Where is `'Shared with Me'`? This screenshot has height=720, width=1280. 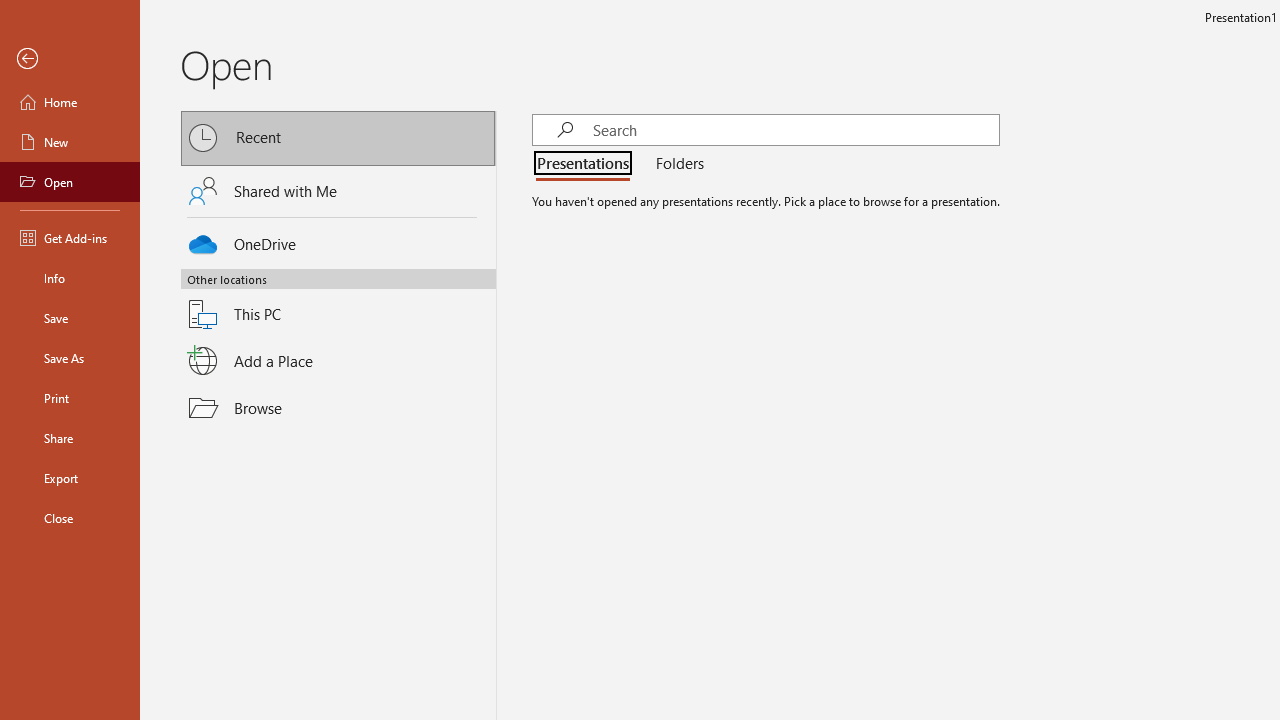
'Shared with Me' is located at coordinates (338, 191).